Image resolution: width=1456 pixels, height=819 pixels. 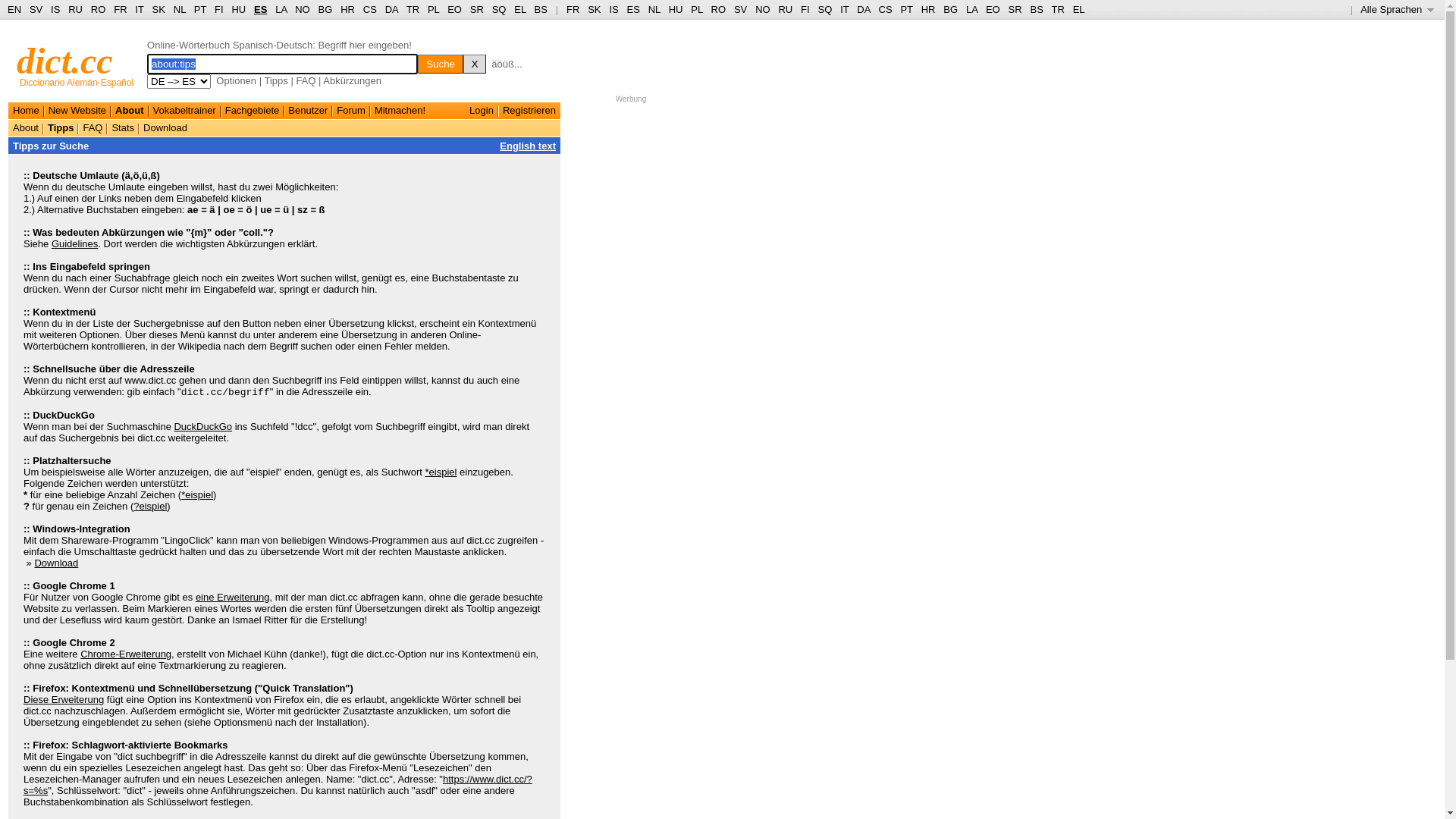 What do you see at coordinates (23, 699) in the screenshot?
I see `'Diese Erweiterung'` at bounding box center [23, 699].